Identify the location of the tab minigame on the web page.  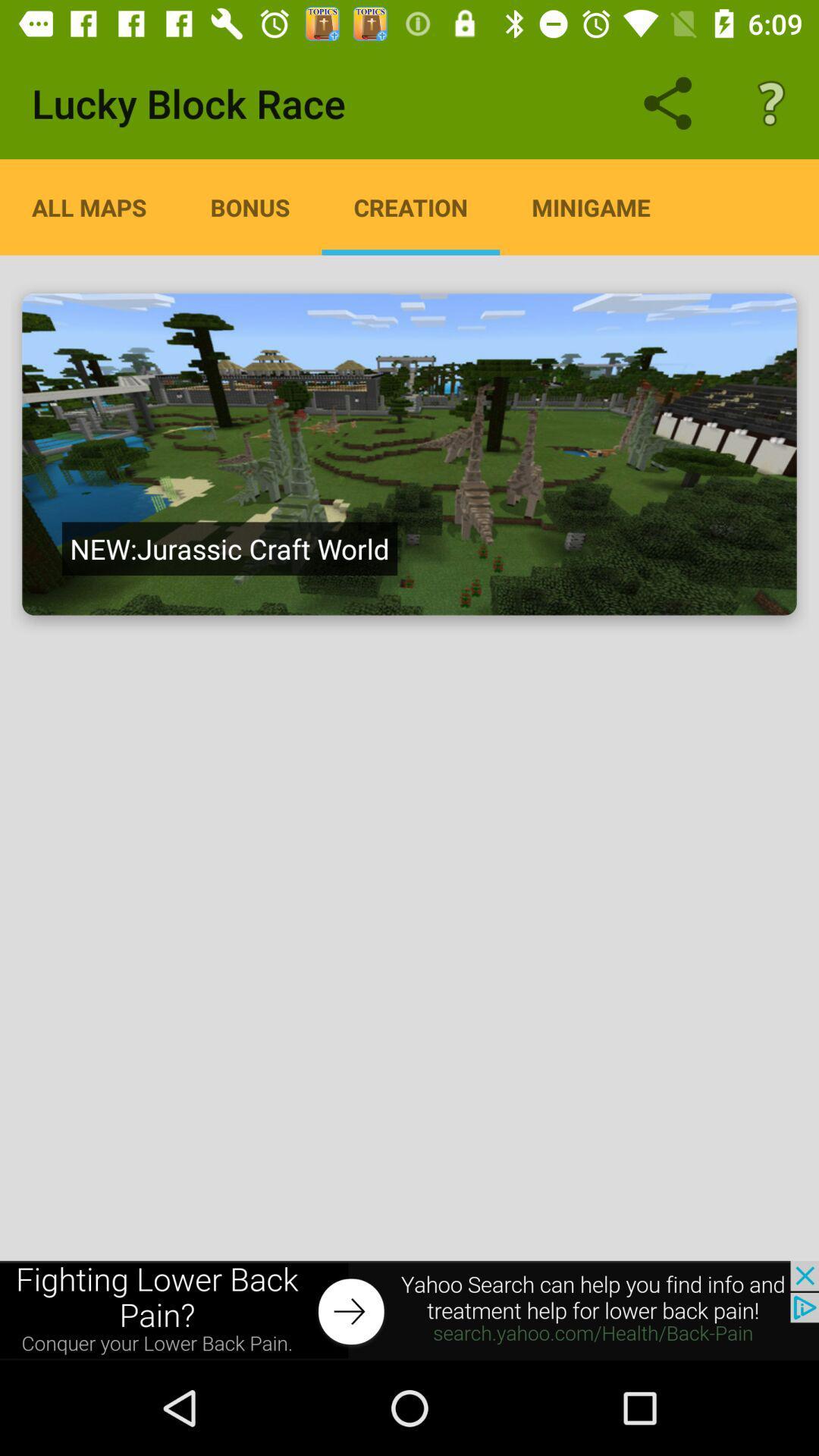
(590, 206).